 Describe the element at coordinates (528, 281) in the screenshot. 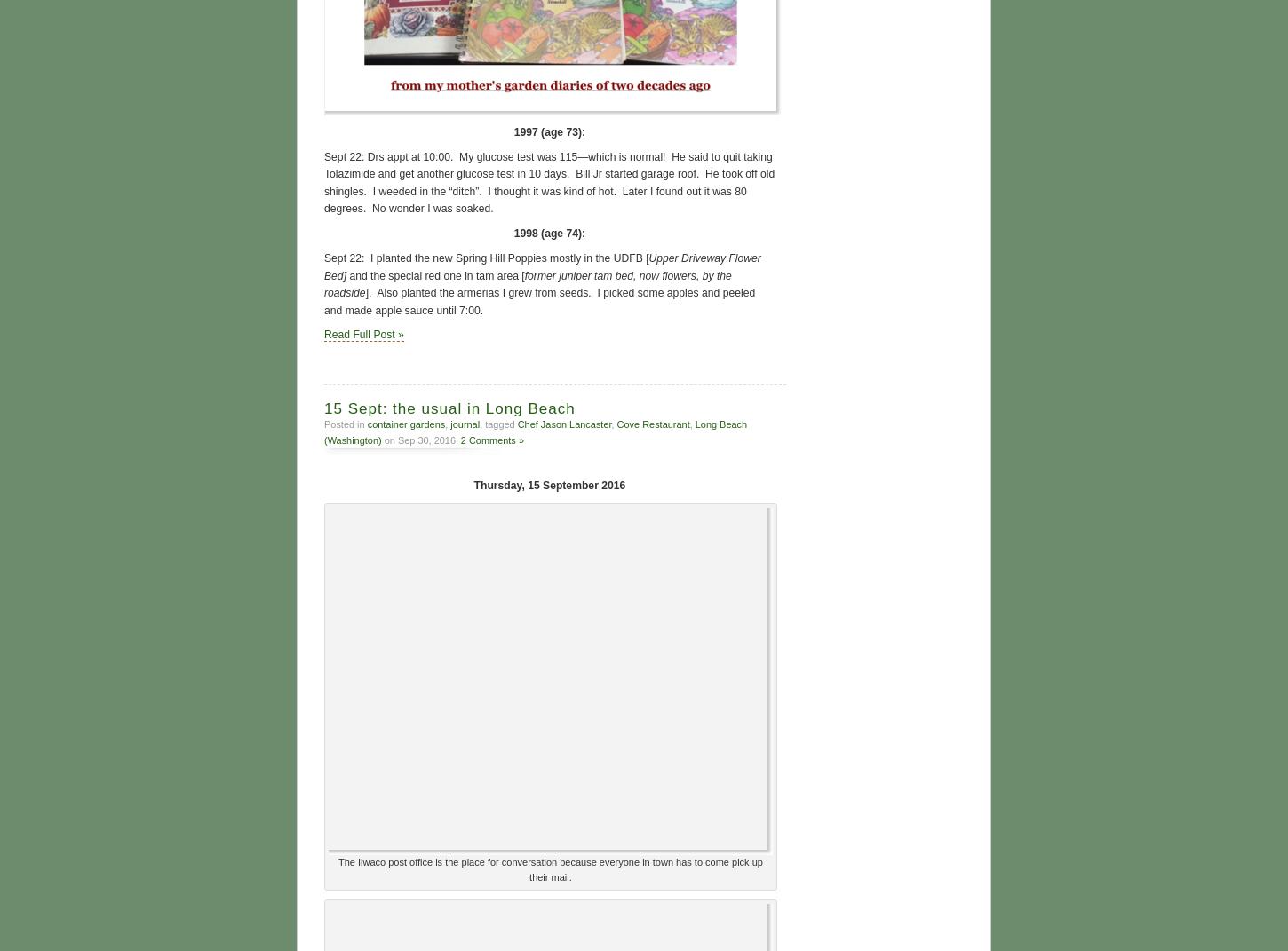

I see `'former juniper tam bed, now flowers, by the roadside'` at that location.